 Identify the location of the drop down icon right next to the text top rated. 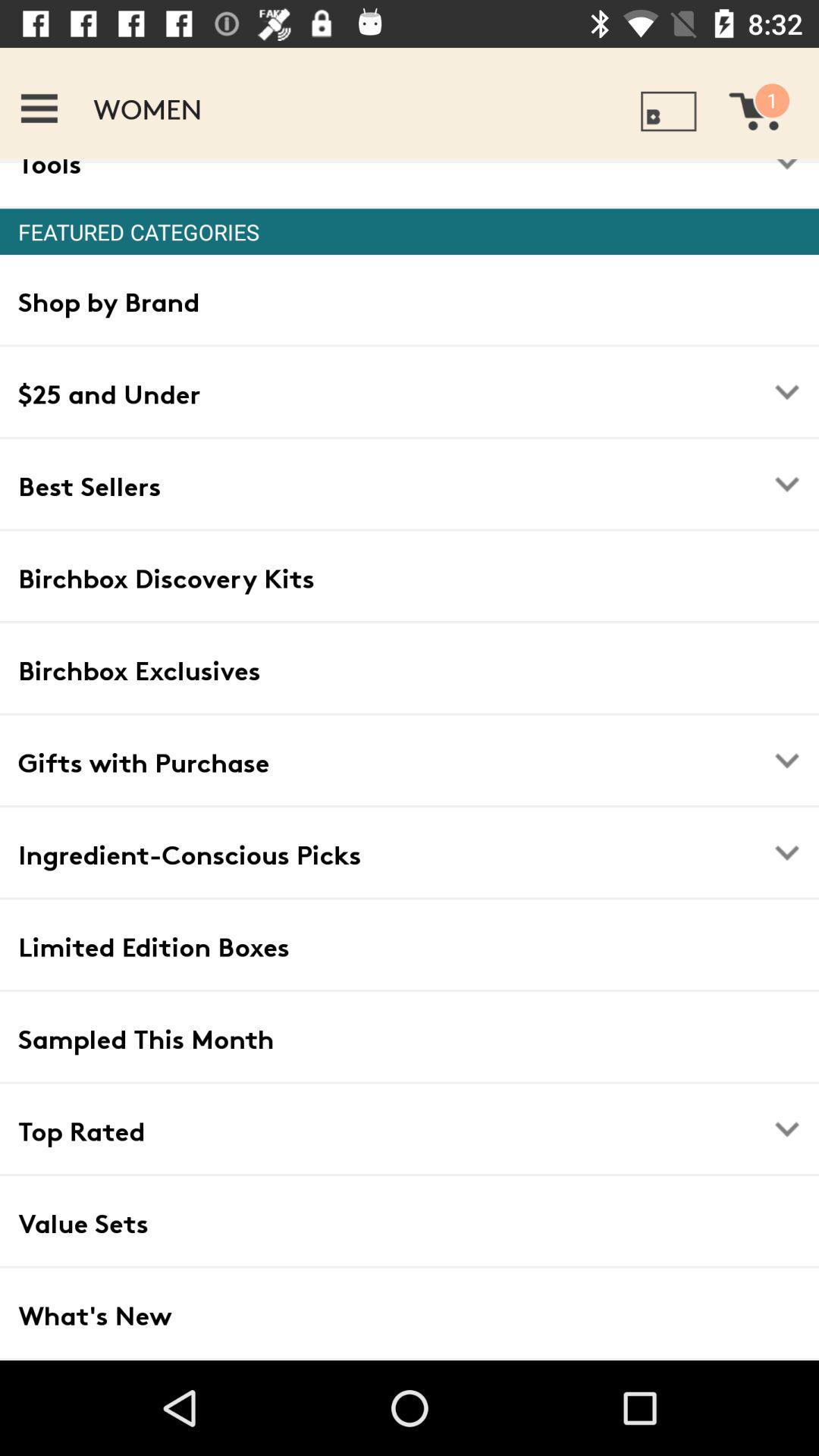
(786, 1128).